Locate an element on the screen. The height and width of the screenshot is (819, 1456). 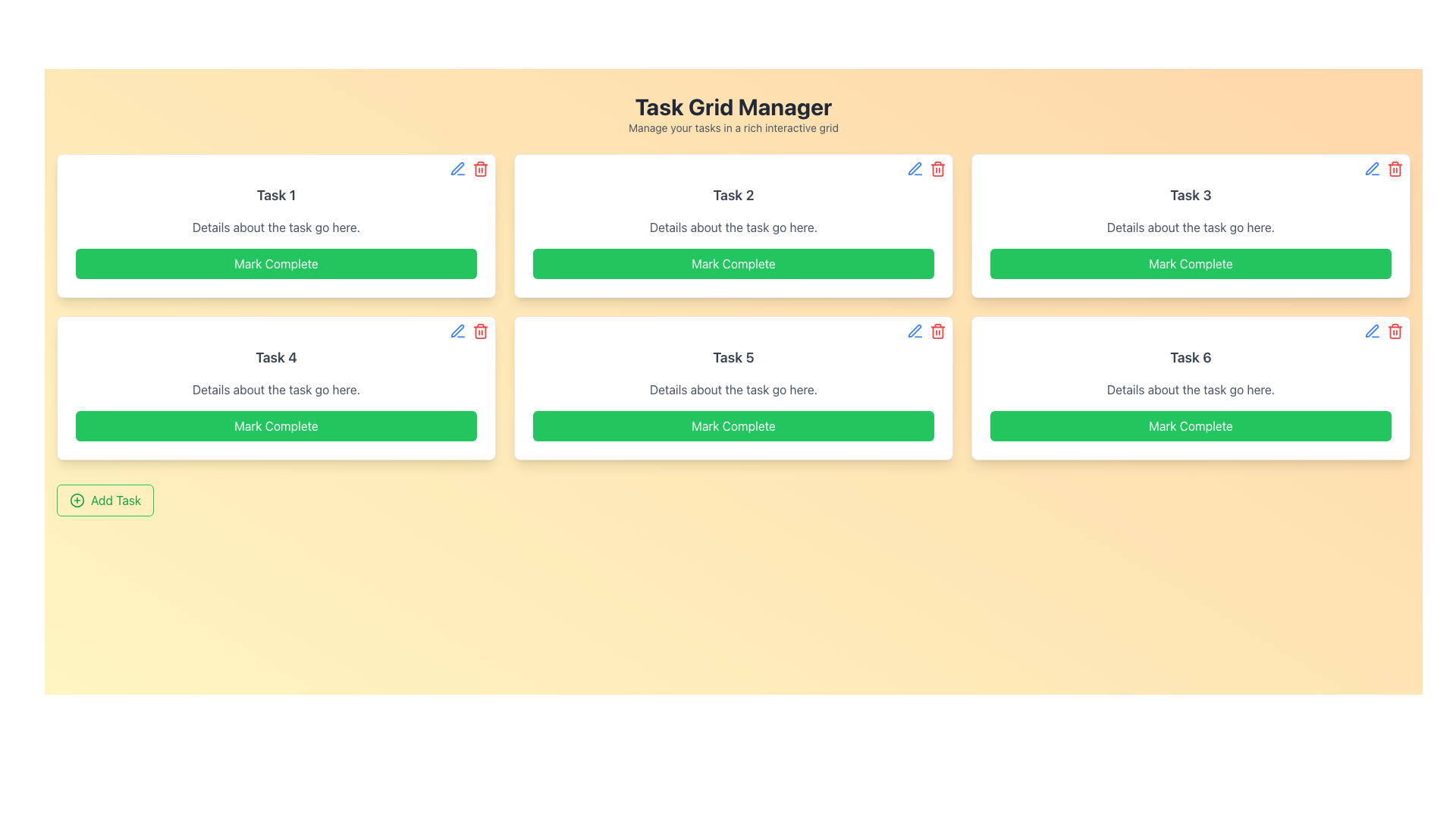
decorative blue pen icon located in the top-right corner of the 'Task 6' card within the grid layout is located at coordinates (1372, 330).